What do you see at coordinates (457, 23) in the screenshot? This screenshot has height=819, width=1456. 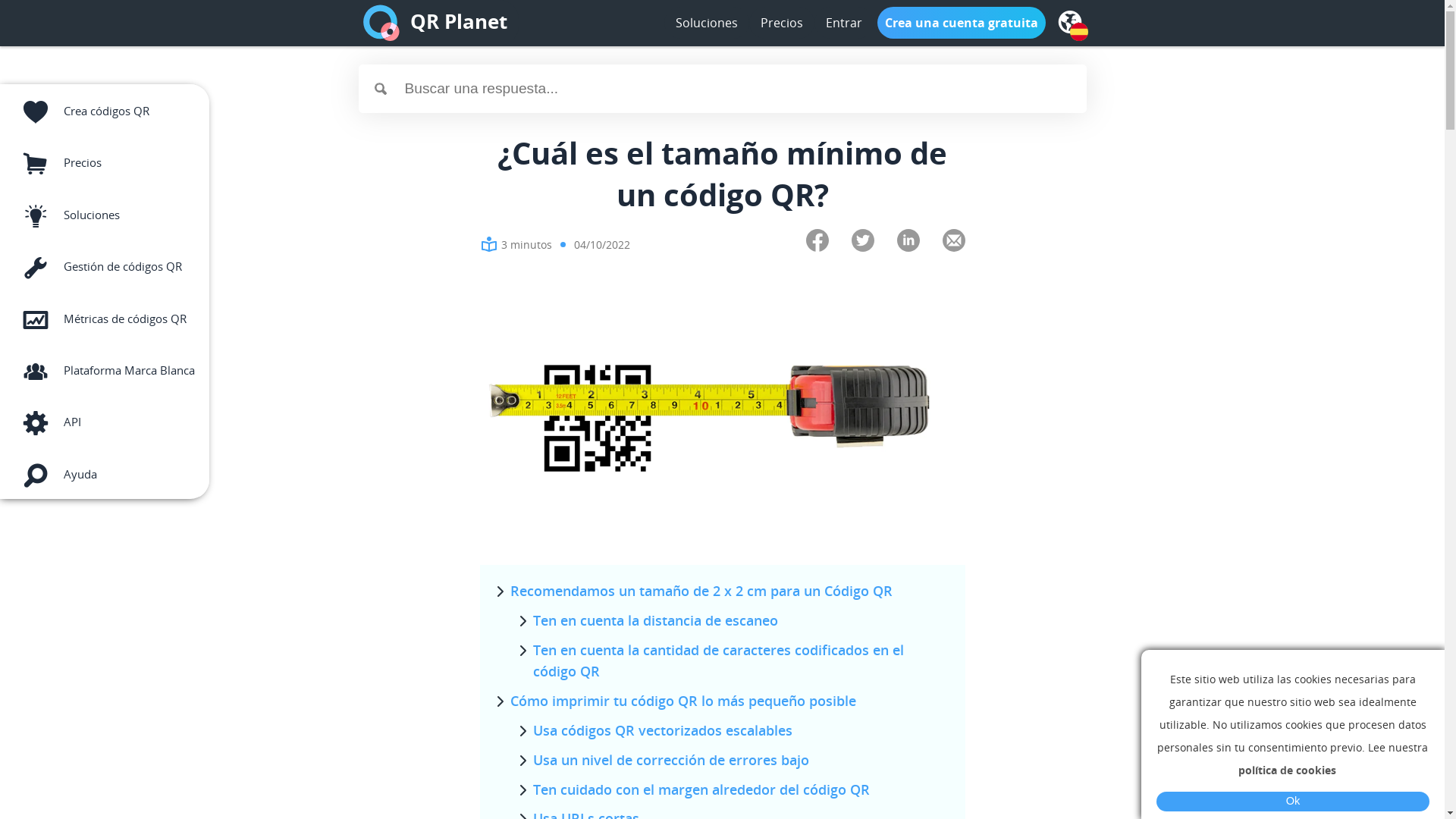 I see `'QR Planet'` at bounding box center [457, 23].